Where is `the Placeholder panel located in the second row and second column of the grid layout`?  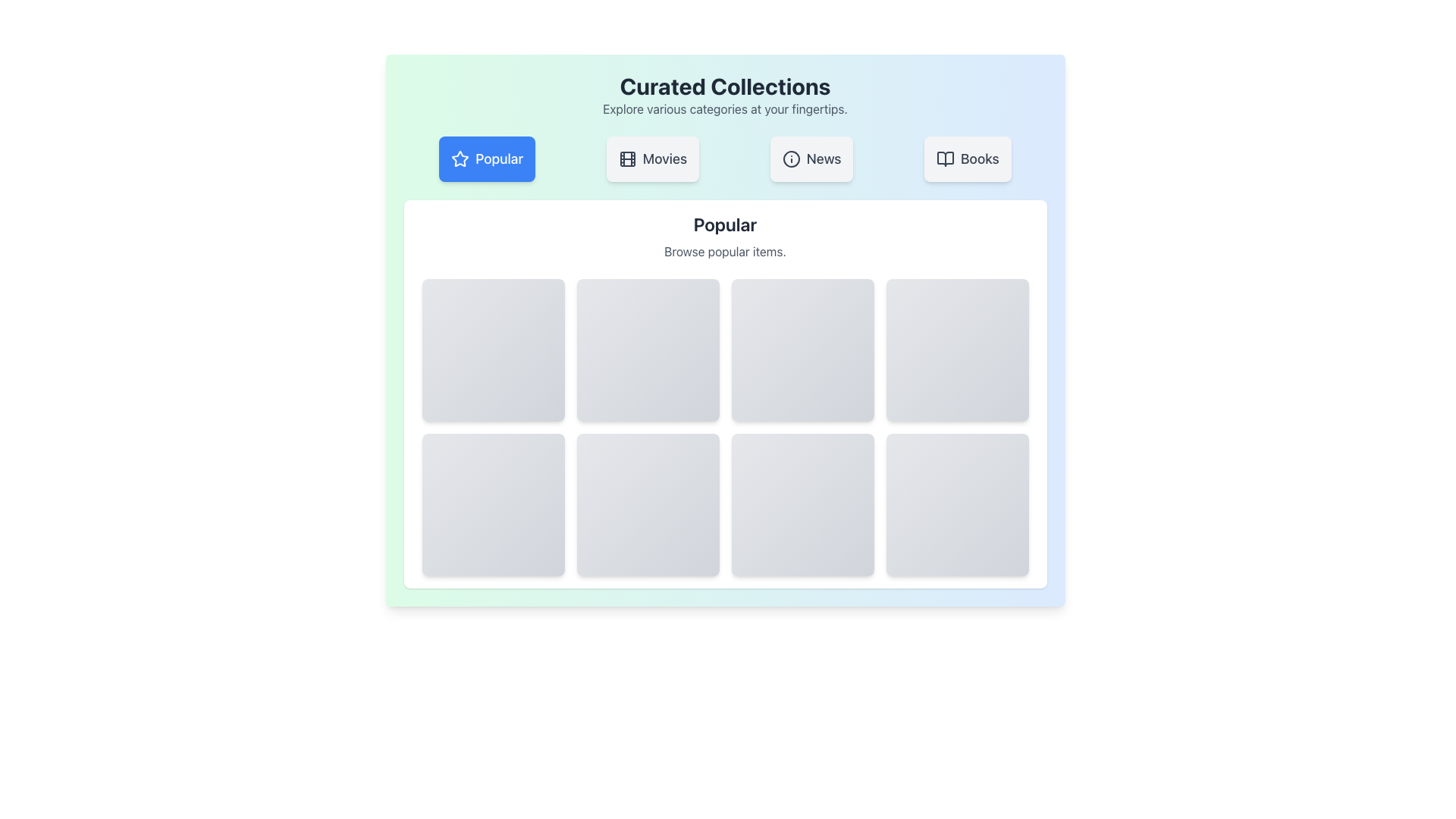 the Placeholder panel located in the second row and second column of the grid layout is located at coordinates (648, 505).